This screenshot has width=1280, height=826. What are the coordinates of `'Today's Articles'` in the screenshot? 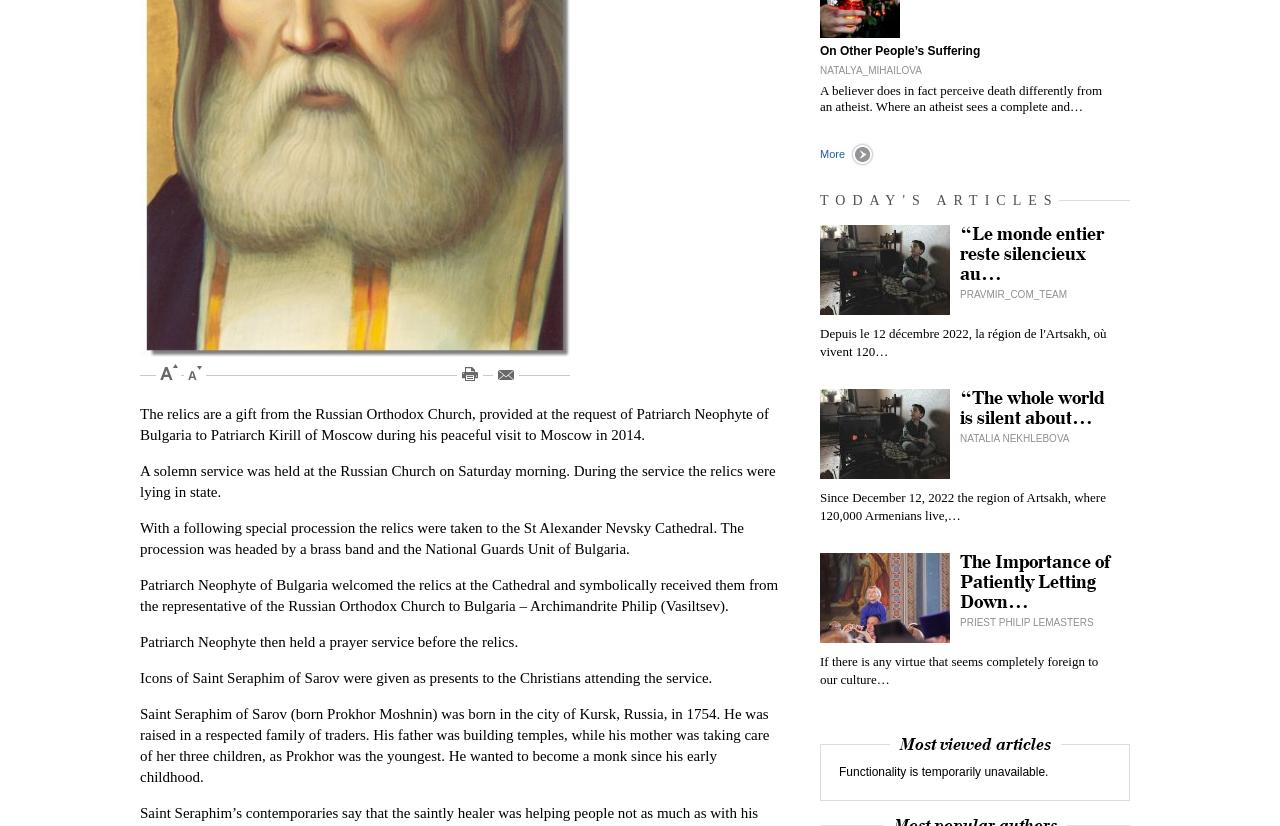 It's located at (819, 200).